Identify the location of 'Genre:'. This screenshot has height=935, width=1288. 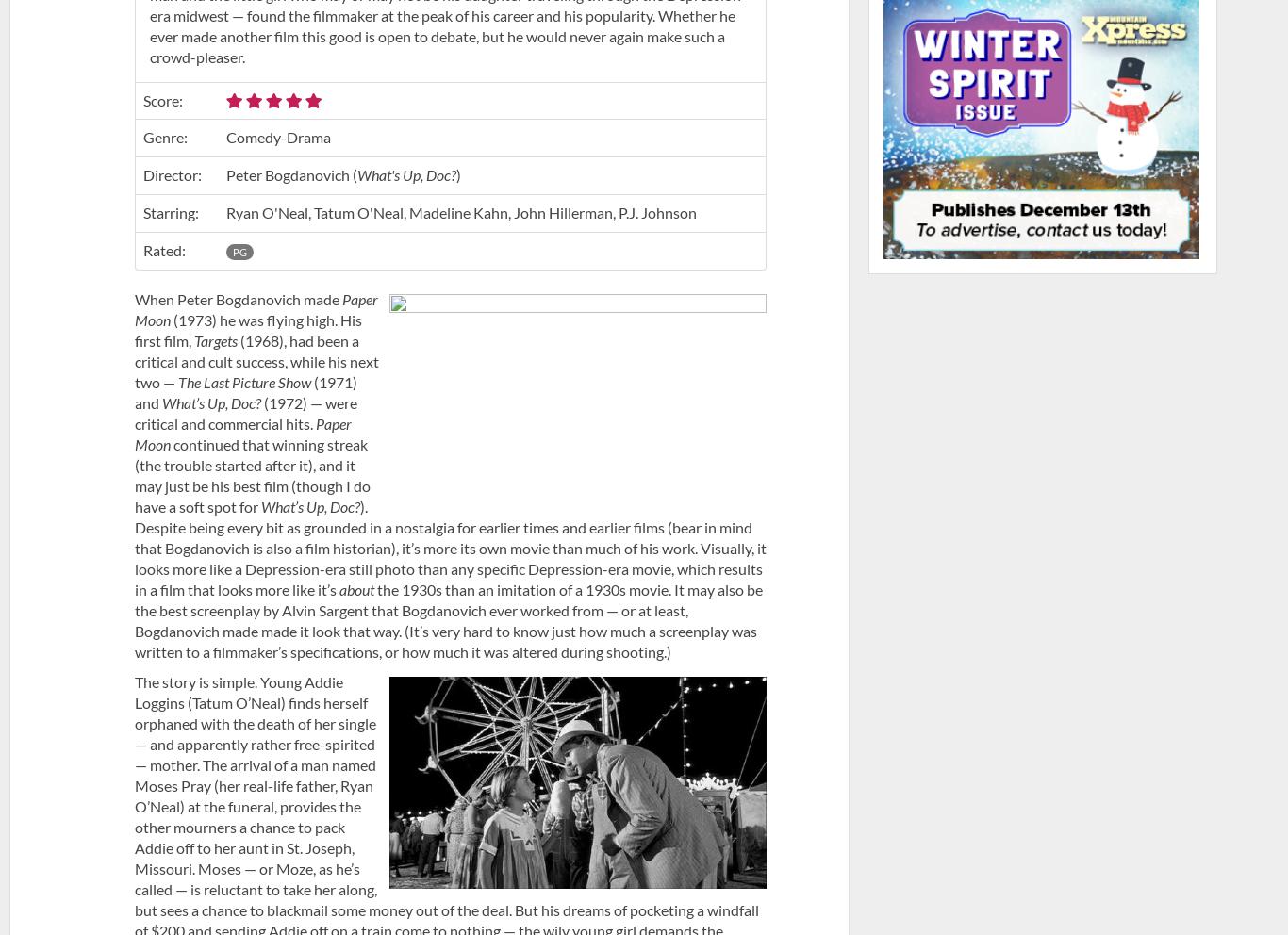
(142, 137).